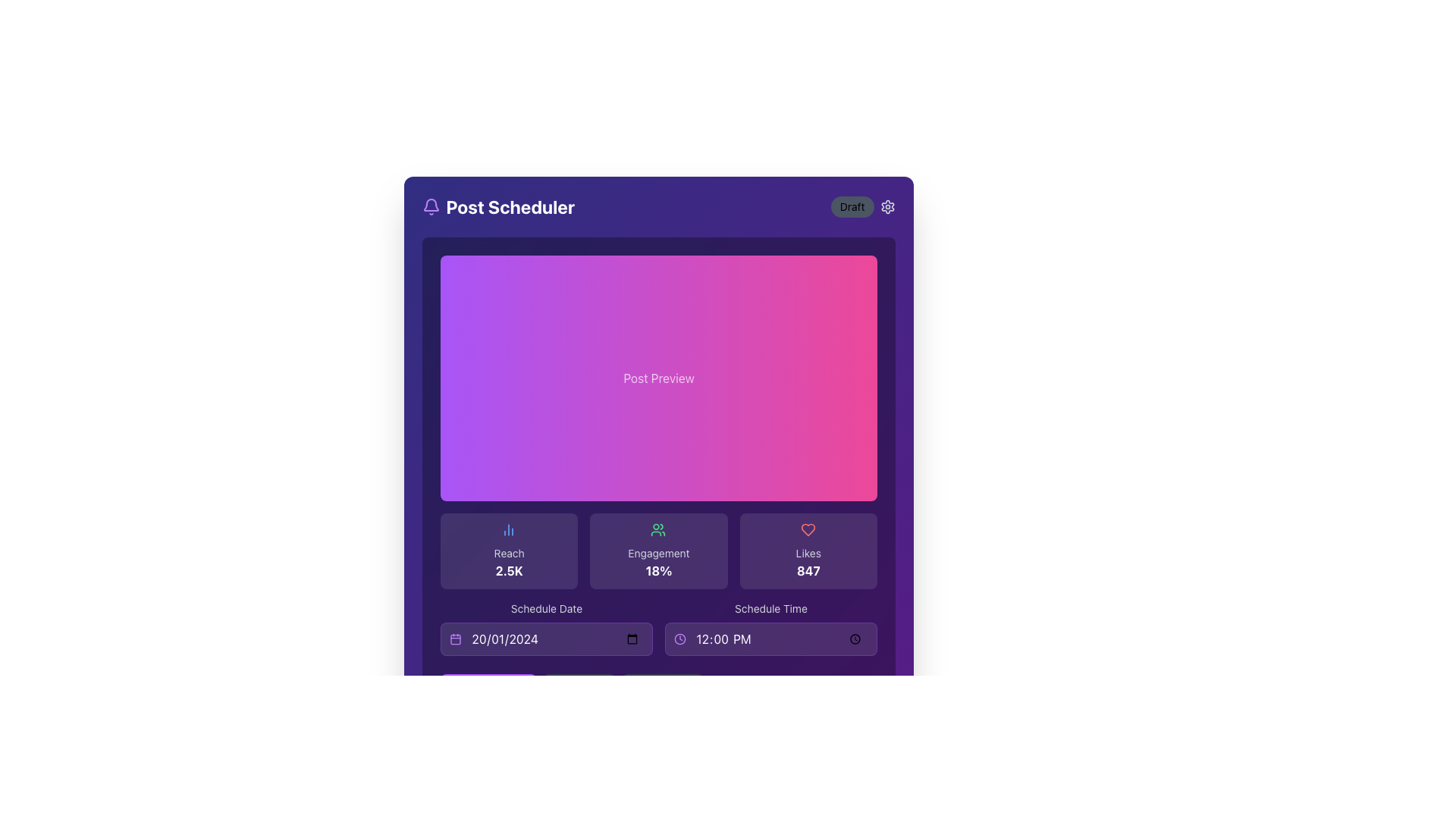 This screenshot has width=1456, height=819. What do you see at coordinates (430, 207) in the screenshot?
I see `the notification bell icon, which is a purple bell-shaped icon located to the left of the 'Post Scheduler' title` at bounding box center [430, 207].